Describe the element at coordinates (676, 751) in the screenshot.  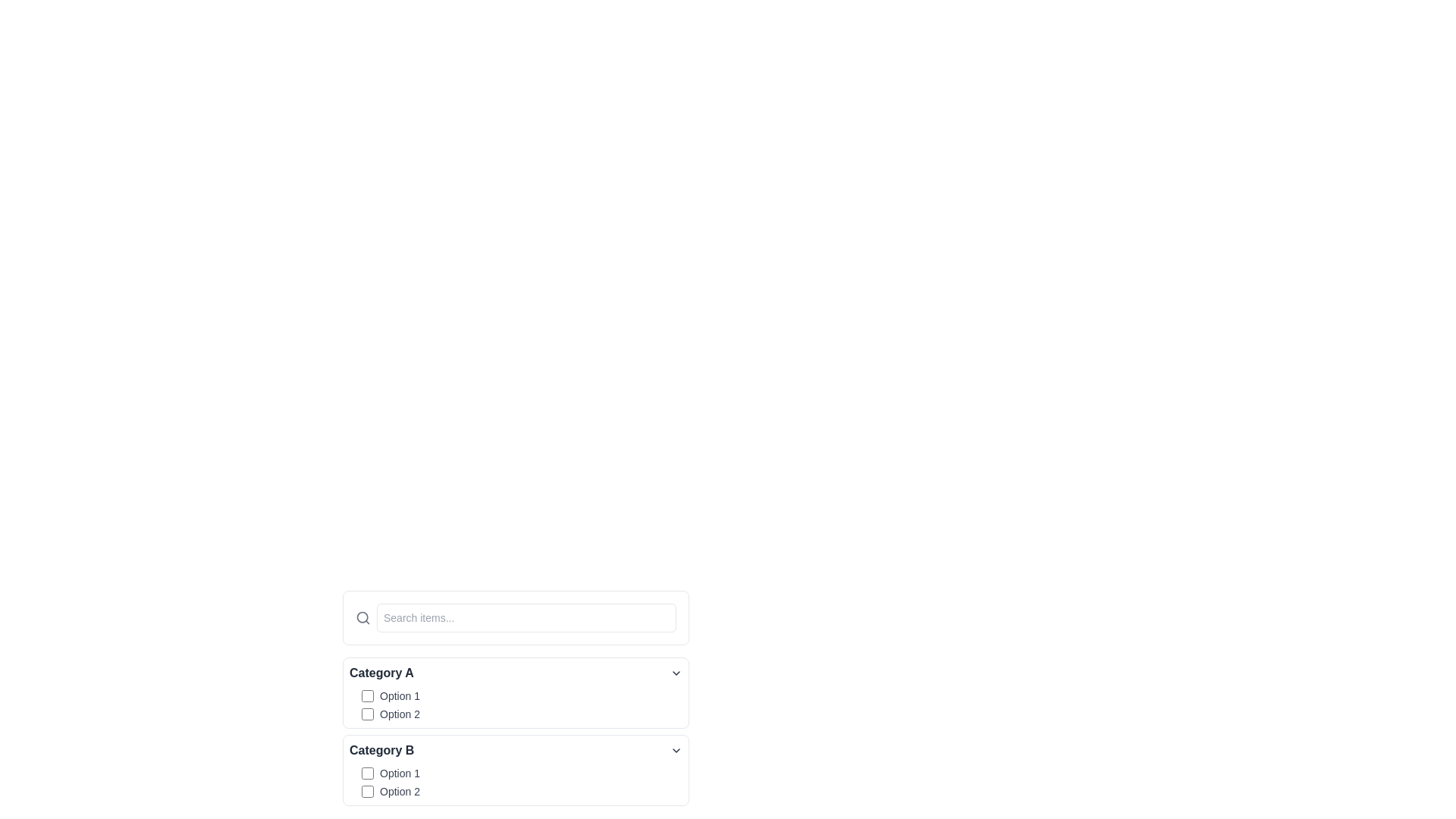
I see `the chevron icon located at the top-right corner of the 'Category B' header` at that location.